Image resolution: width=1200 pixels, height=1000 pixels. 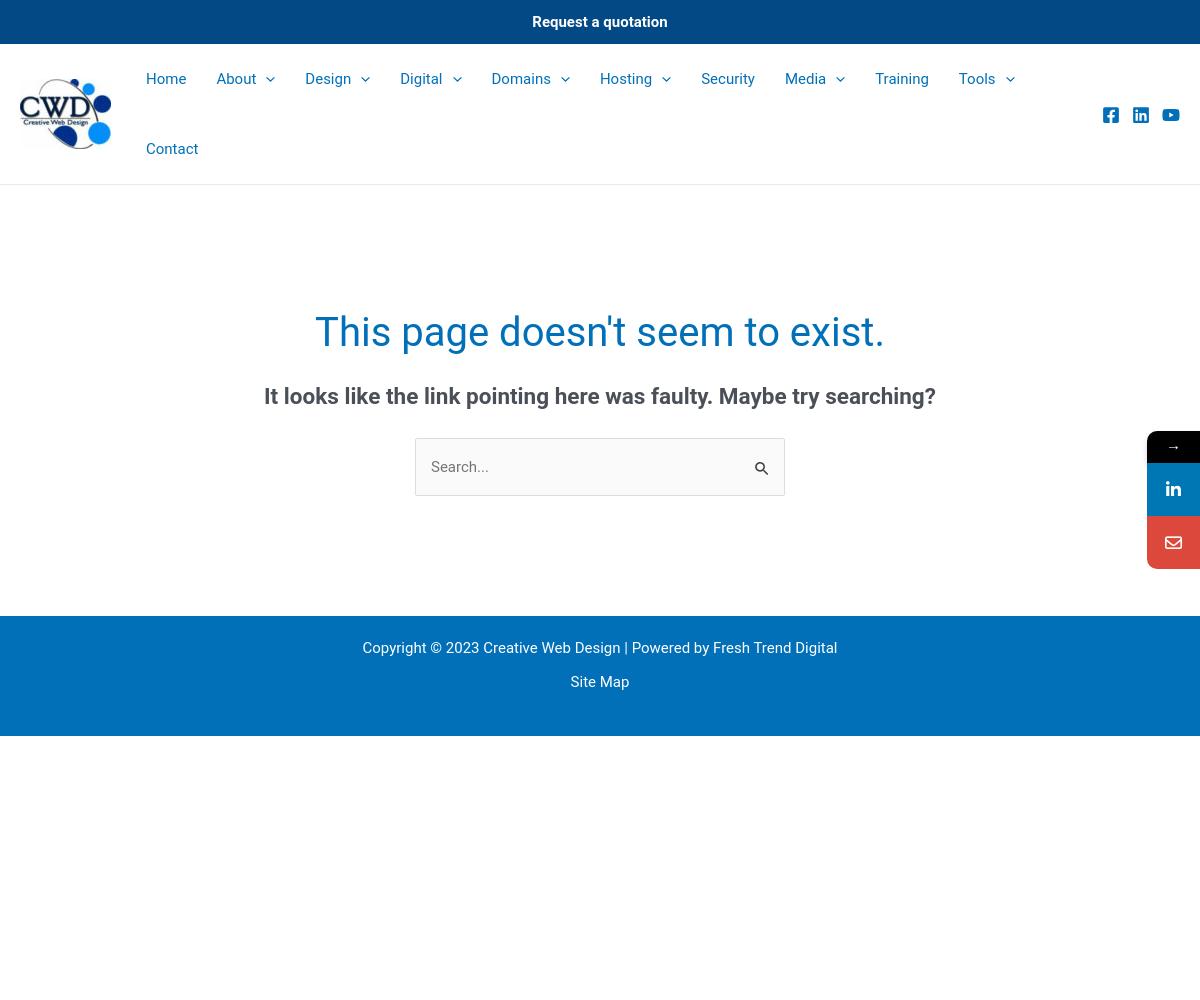 What do you see at coordinates (782, 78) in the screenshot?
I see `'Media'` at bounding box center [782, 78].